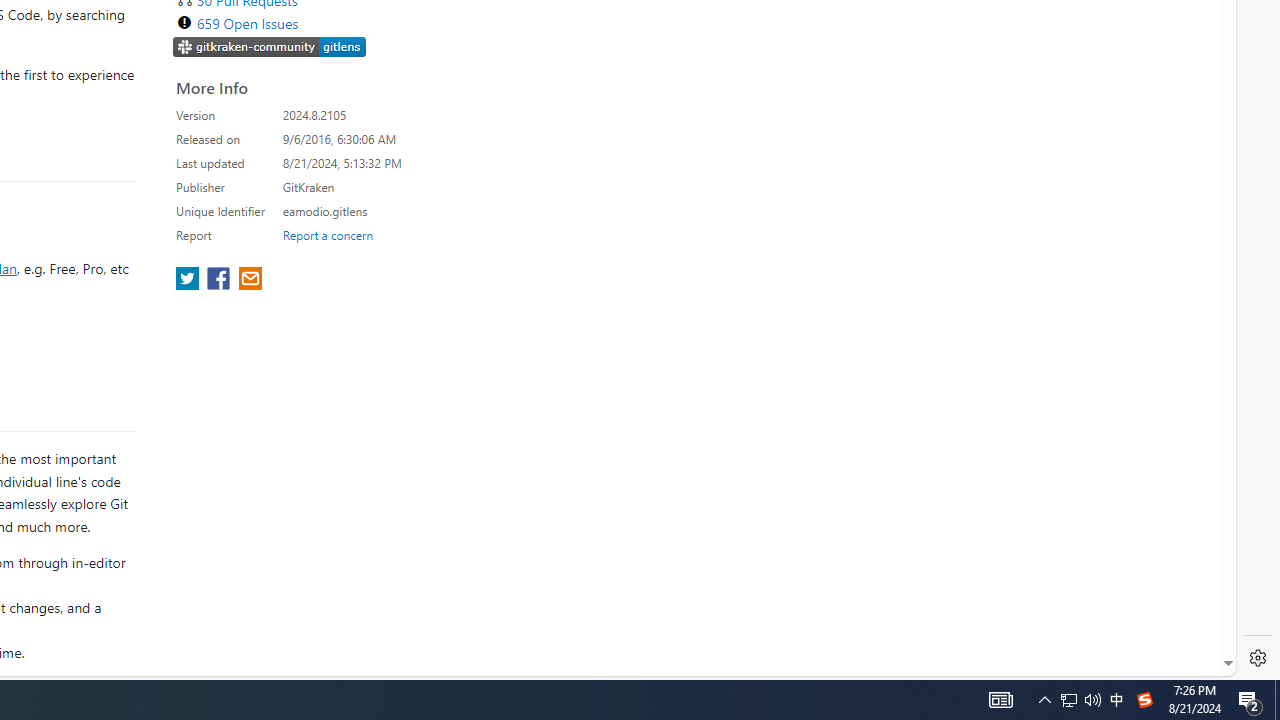 The image size is (1280, 720). Describe the element at coordinates (269, 45) in the screenshot. I see `'https://slack.gitkraken.com//'` at that location.